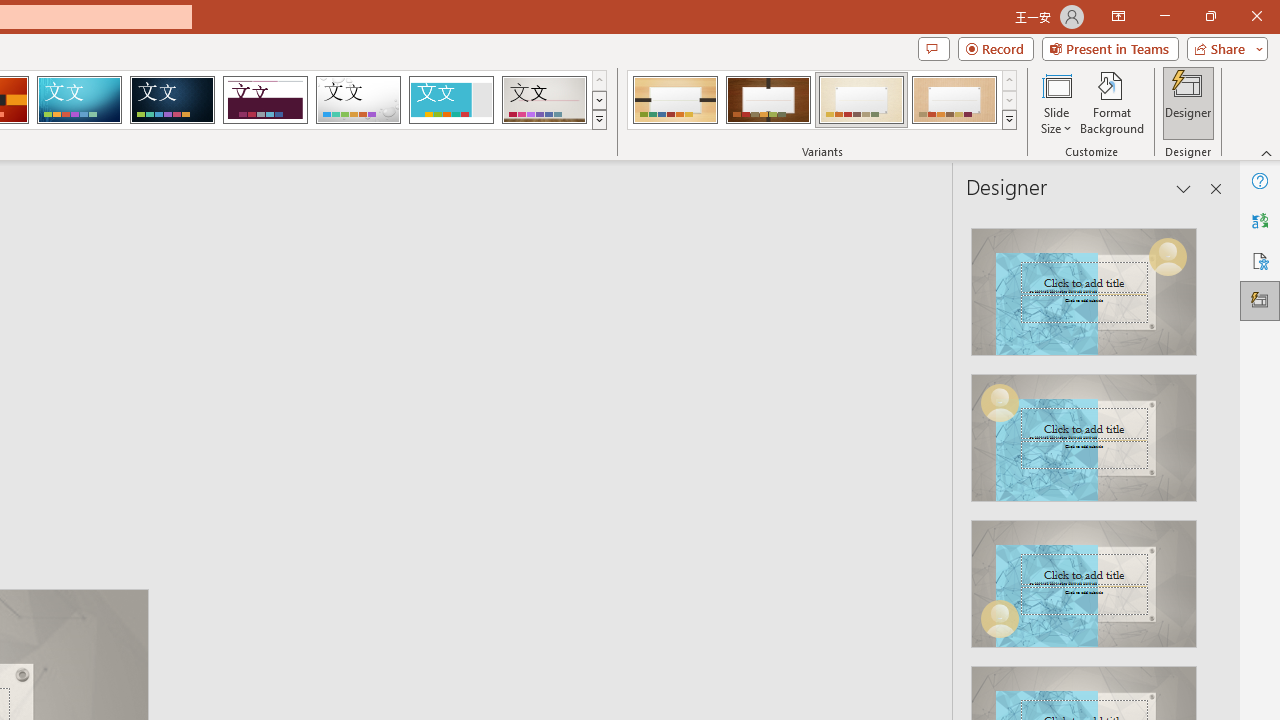 The image size is (1280, 720). I want to click on 'Themes', so click(598, 120).